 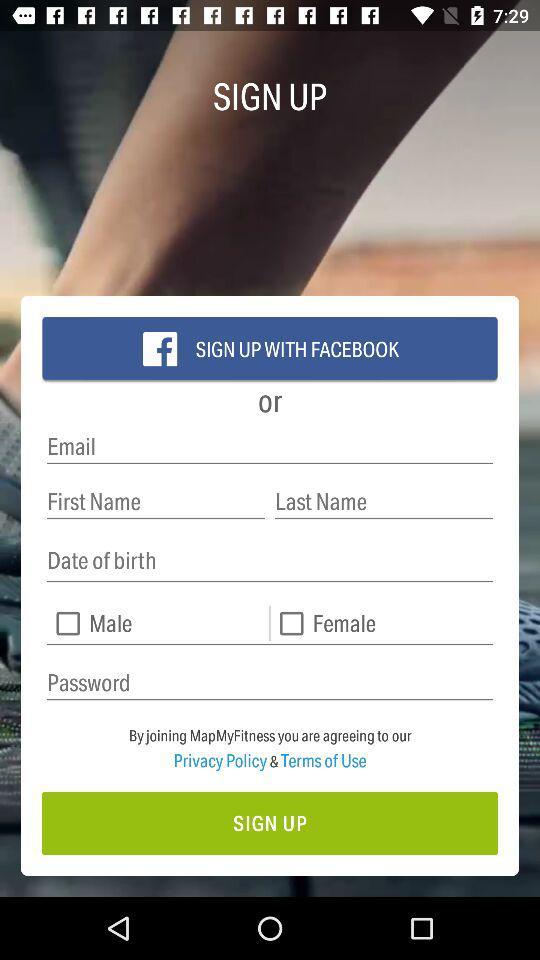 I want to click on last name option, so click(x=383, y=500).